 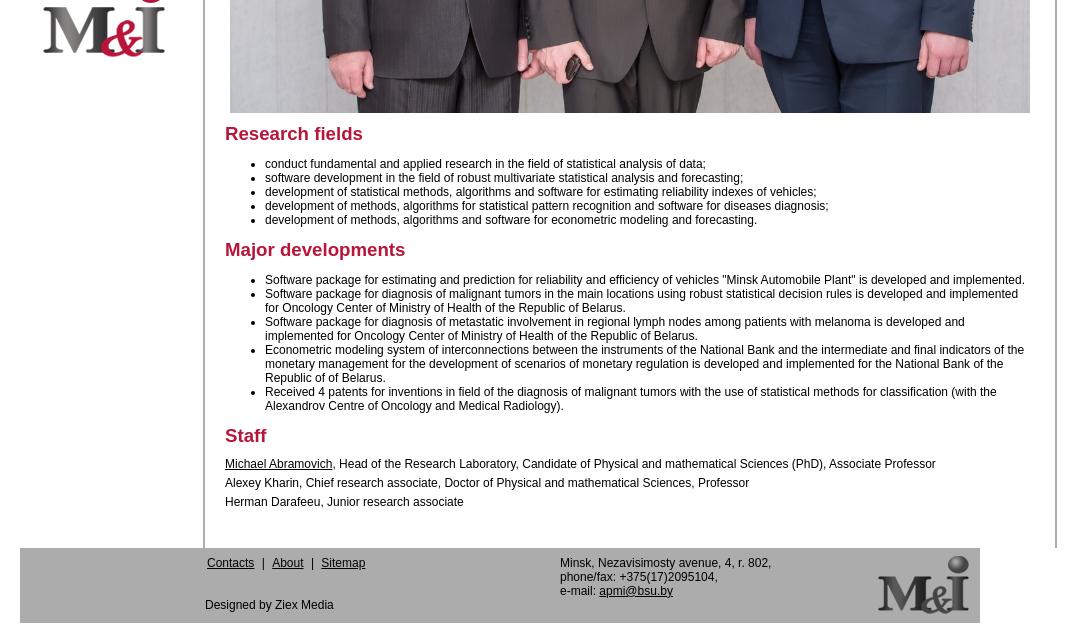 What do you see at coordinates (637, 575) in the screenshot?
I see `'phone/fax: +375(17)2095104,'` at bounding box center [637, 575].